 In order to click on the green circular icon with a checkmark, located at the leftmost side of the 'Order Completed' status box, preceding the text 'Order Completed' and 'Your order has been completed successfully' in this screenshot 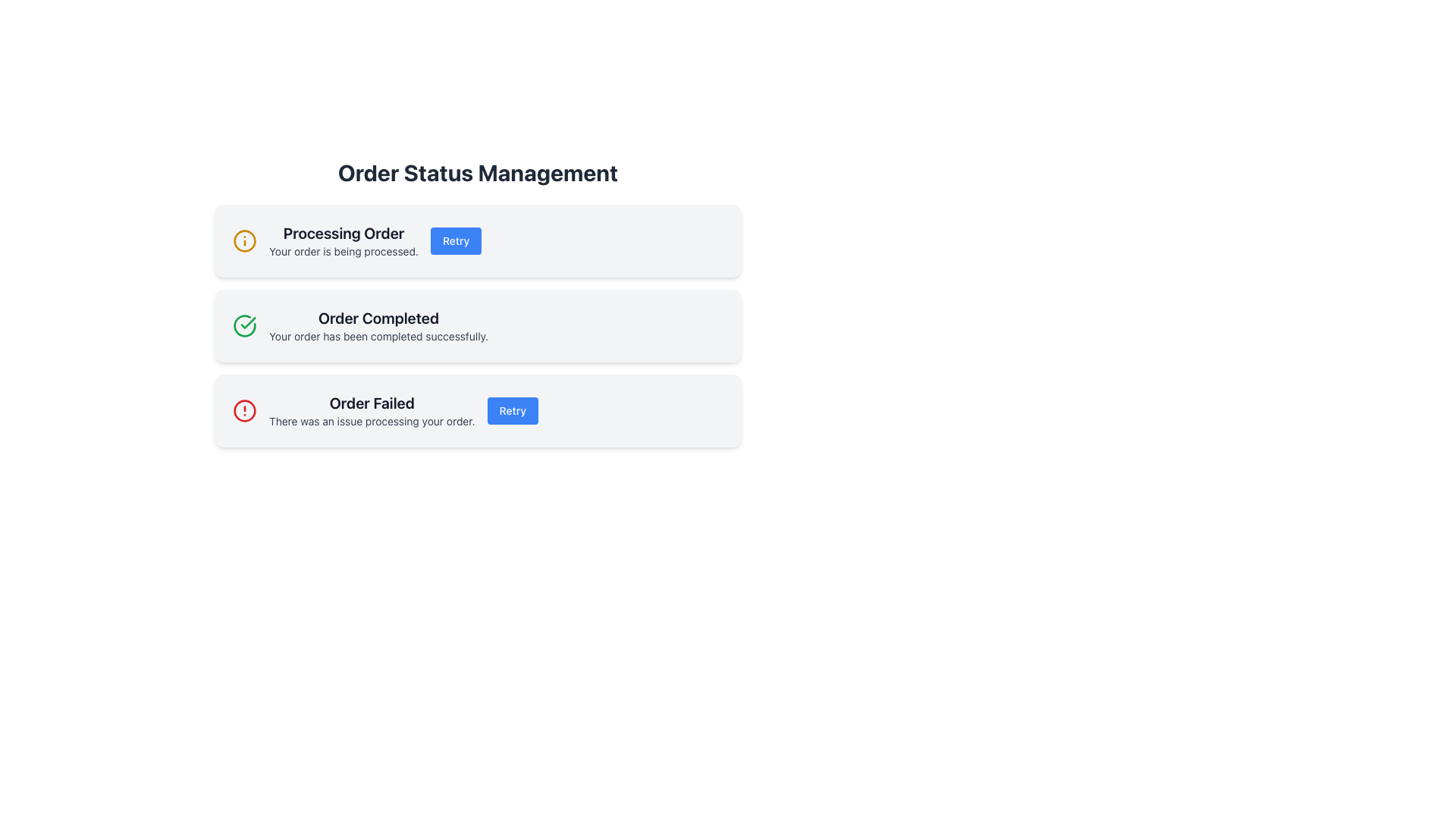, I will do `click(244, 325)`.